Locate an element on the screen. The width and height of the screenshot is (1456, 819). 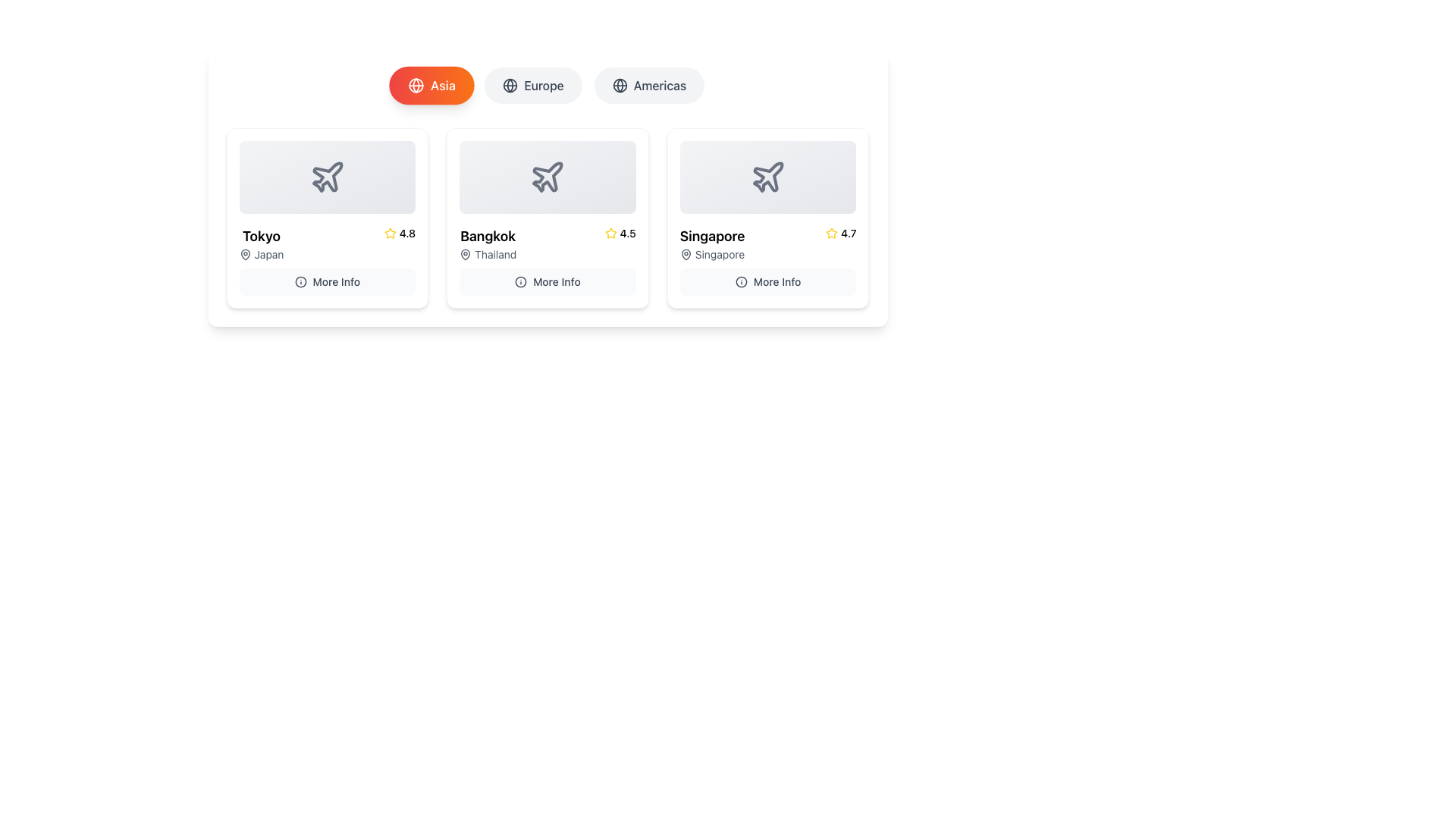
the Static content card labeled 'Tokyo' with a subtitle 'Japan', which is the first card in a horizontal list, featuring a centered airplane icon is located at coordinates (326, 177).